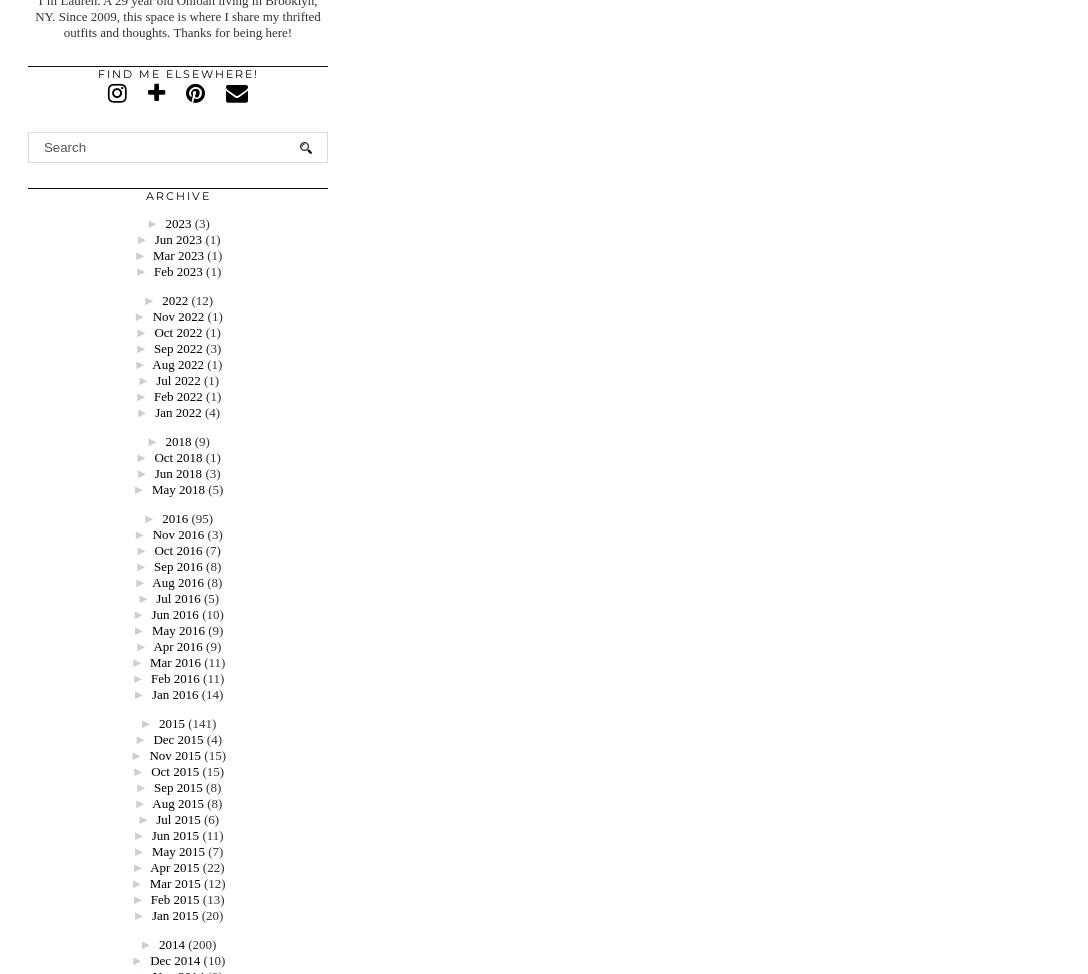  Describe the element at coordinates (176, 254) in the screenshot. I see `'Mar 2023'` at that location.